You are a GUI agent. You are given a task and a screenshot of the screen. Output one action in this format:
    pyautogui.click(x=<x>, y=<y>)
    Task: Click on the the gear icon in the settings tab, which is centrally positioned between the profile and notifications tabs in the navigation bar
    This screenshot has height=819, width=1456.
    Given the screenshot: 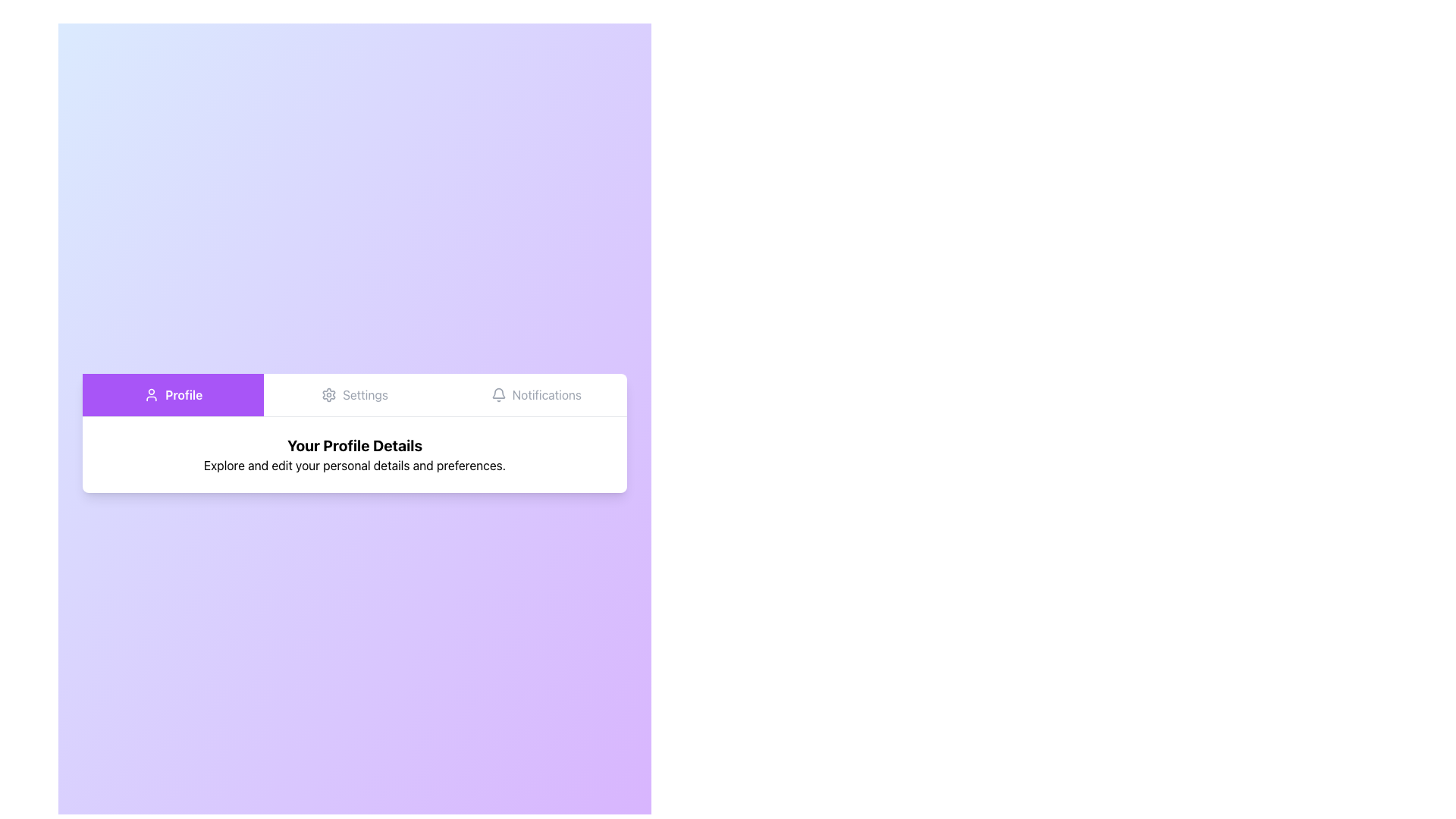 What is the action you would take?
    pyautogui.click(x=328, y=394)
    